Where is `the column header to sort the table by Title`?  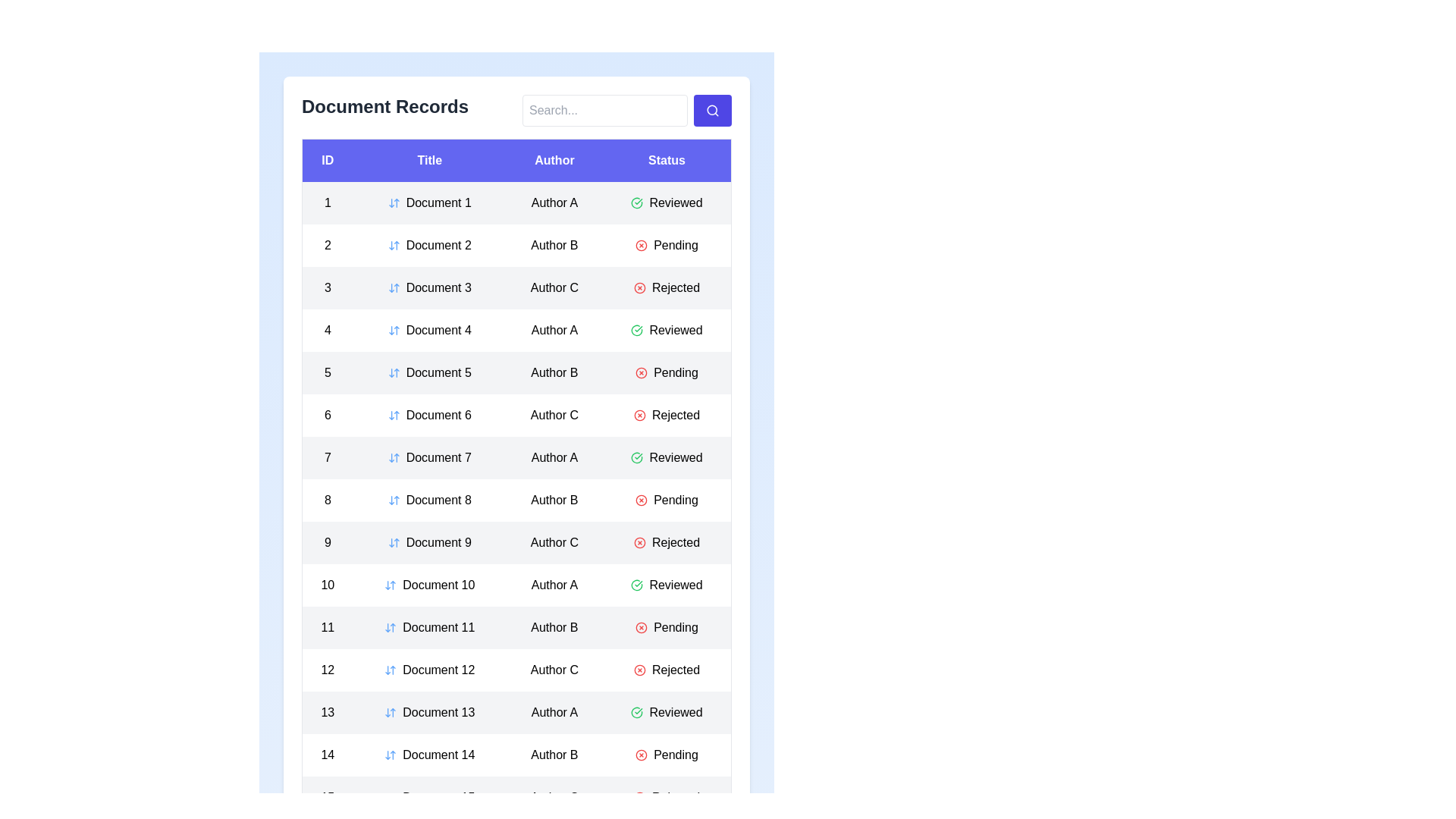 the column header to sort the table by Title is located at coordinates (428, 160).